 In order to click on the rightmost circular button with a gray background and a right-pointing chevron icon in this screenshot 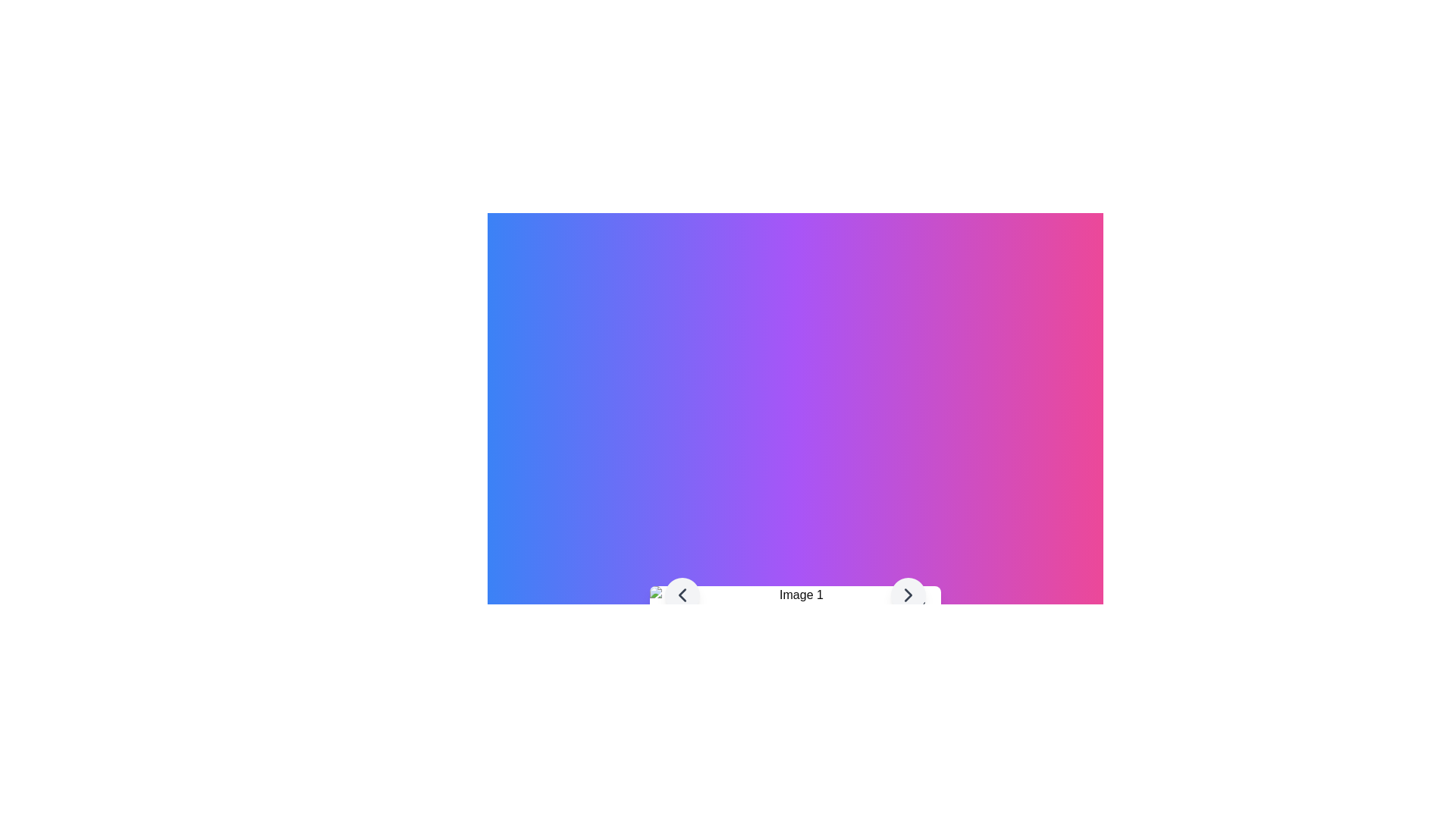, I will do `click(908, 595)`.